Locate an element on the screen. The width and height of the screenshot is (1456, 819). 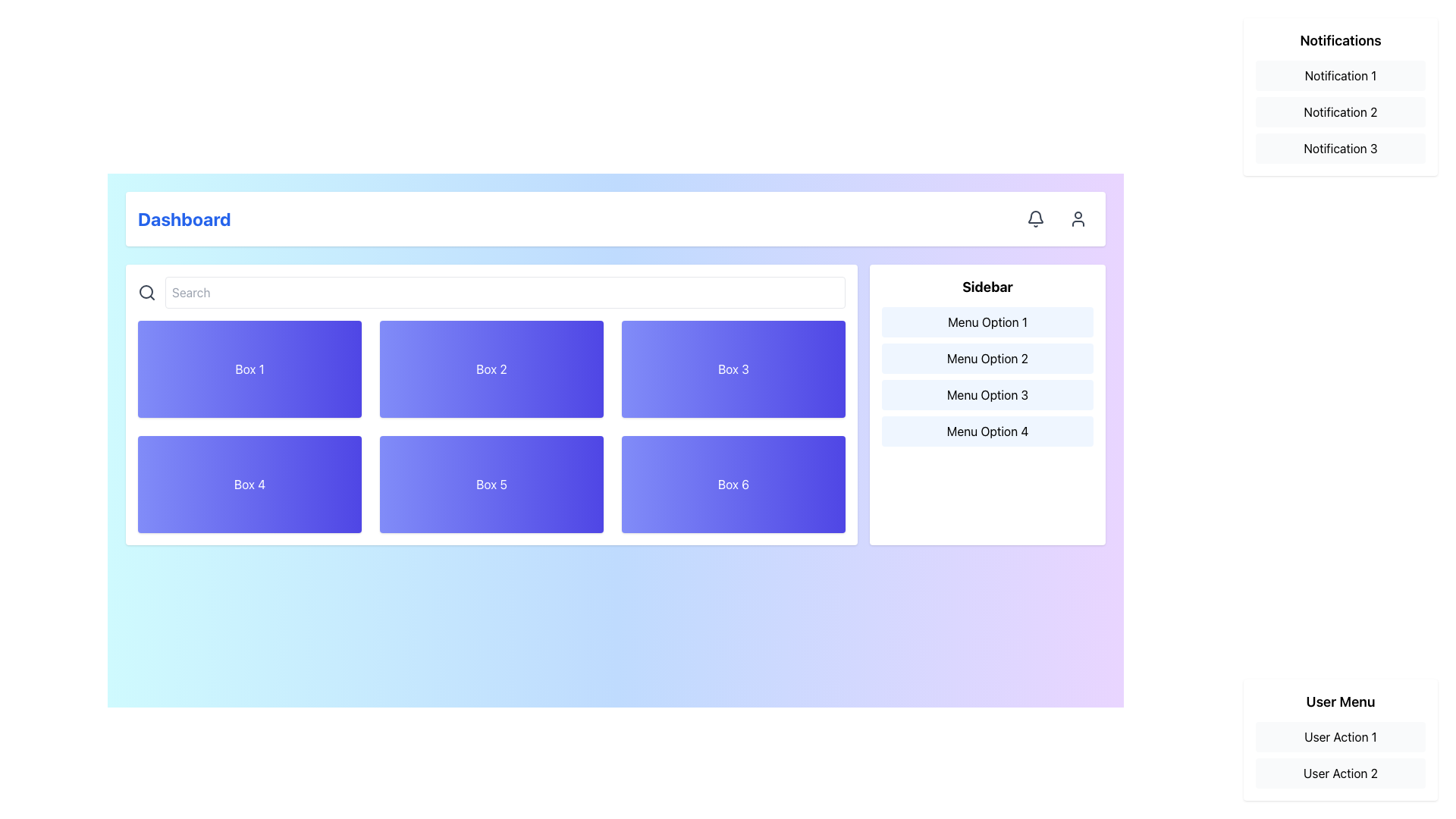
the static text item labeled 'Notification 2', which is a rectangular button-like component with a light gray background, positioned in the second place of a vertical list of notifications is located at coordinates (1340, 111).